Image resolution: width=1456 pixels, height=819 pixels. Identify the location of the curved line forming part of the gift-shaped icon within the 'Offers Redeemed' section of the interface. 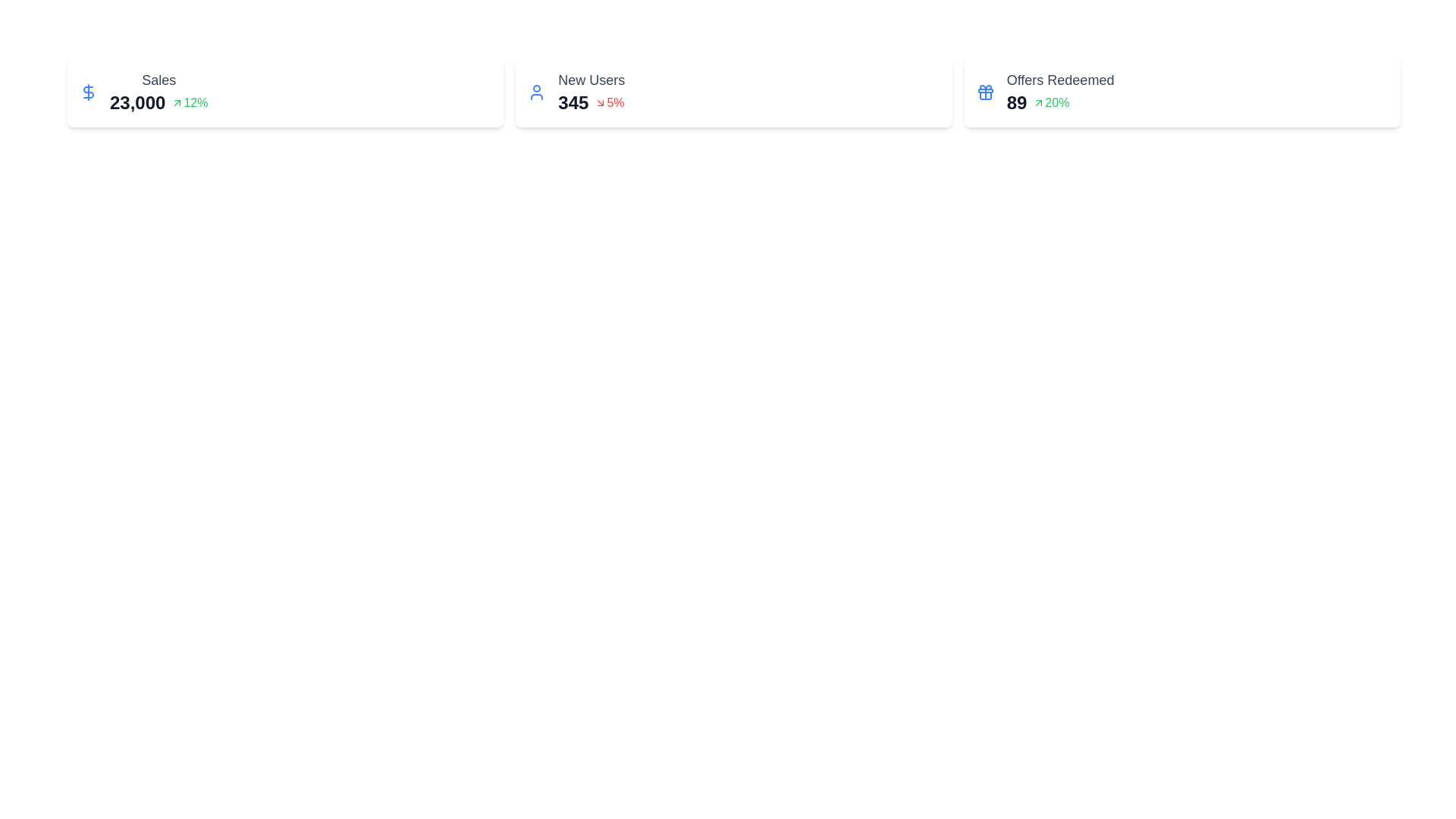
(985, 96).